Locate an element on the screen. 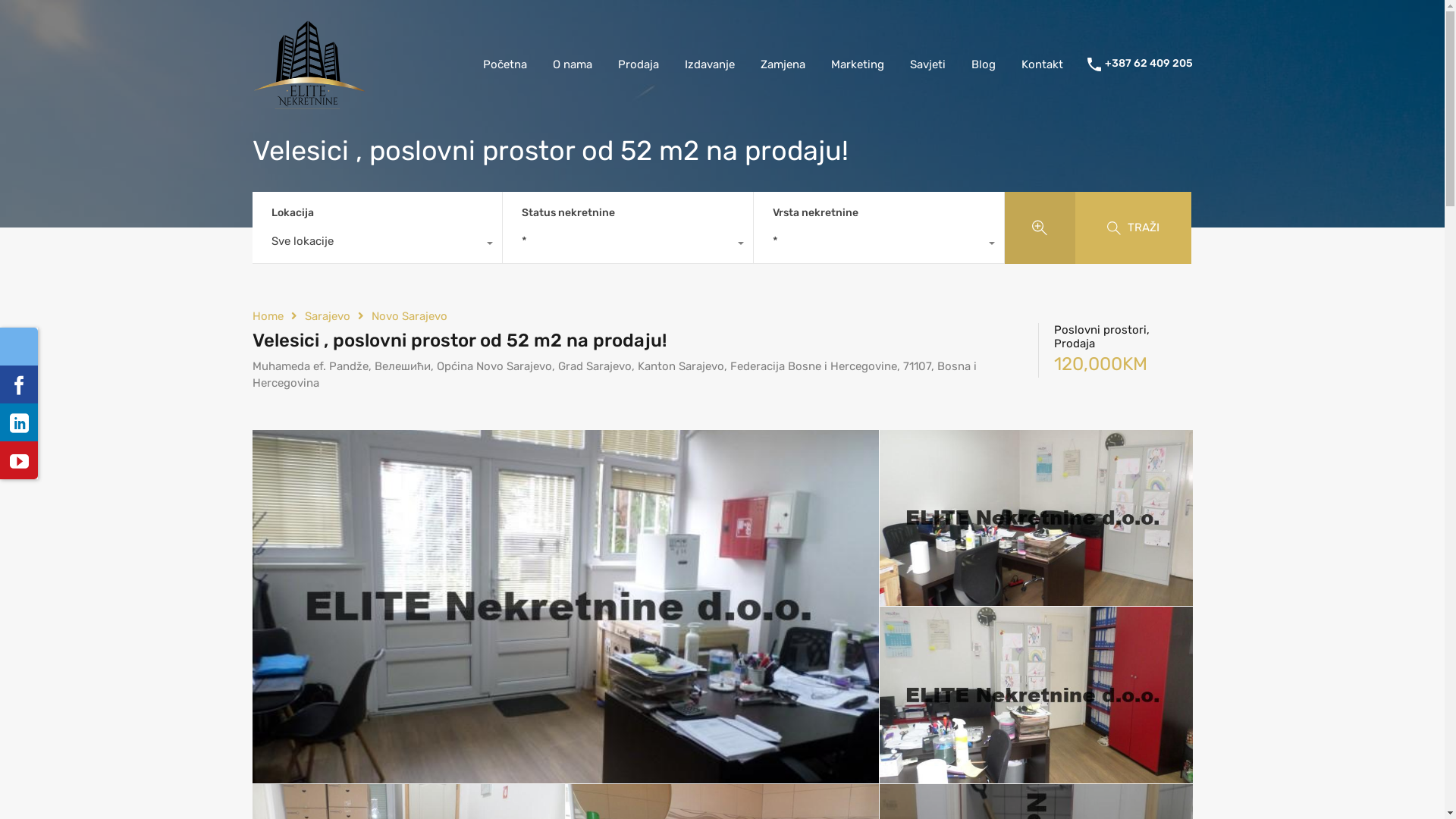 This screenshot has height=819, width=1456. '*' is located at coordinates (878, 244).